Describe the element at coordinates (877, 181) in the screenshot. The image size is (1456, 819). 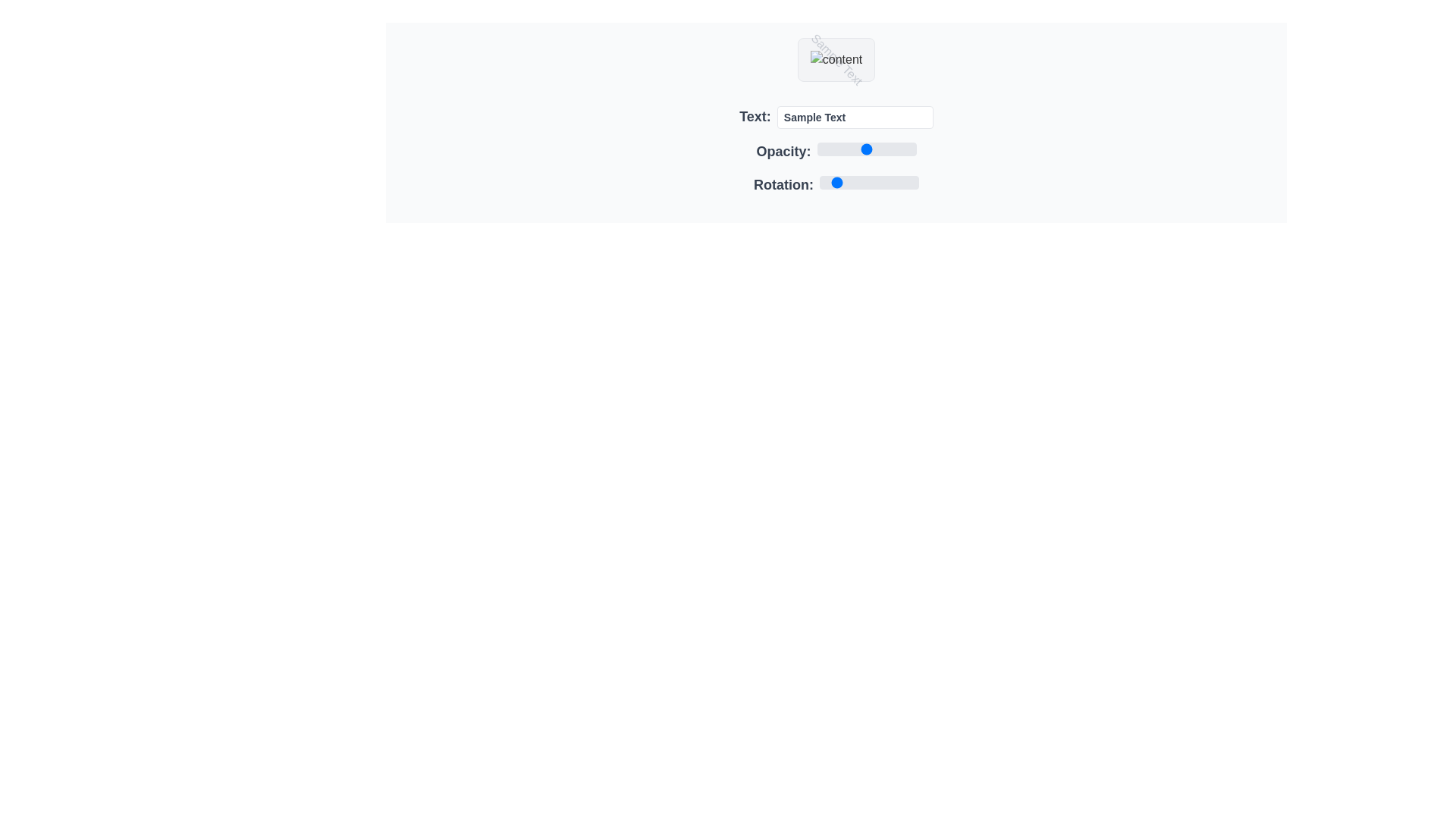
I see `the rotation slider` at that location.